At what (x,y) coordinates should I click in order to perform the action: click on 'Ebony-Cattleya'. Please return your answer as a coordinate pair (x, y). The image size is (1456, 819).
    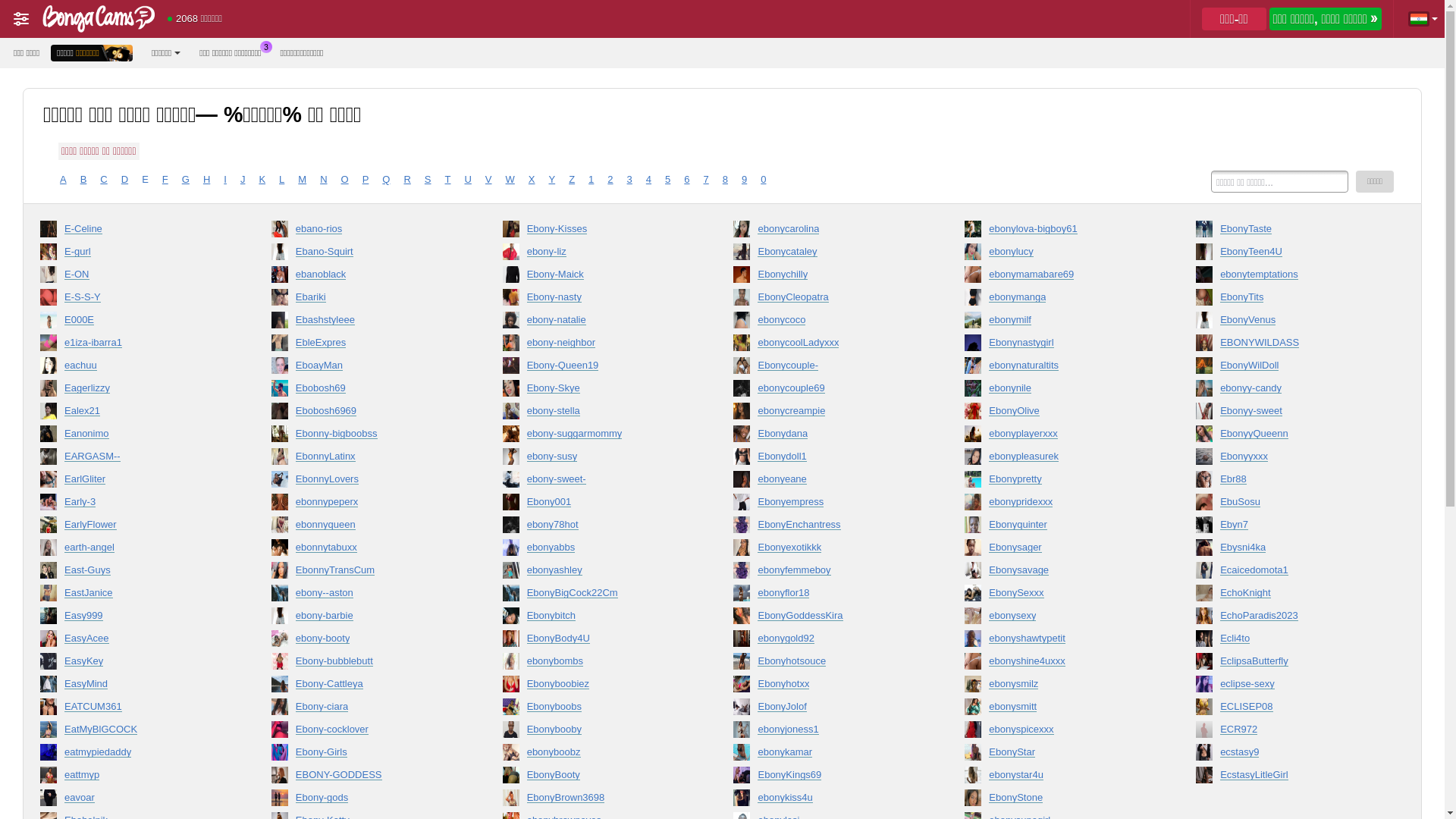
    Looking at the image, I should click on (365, 687).